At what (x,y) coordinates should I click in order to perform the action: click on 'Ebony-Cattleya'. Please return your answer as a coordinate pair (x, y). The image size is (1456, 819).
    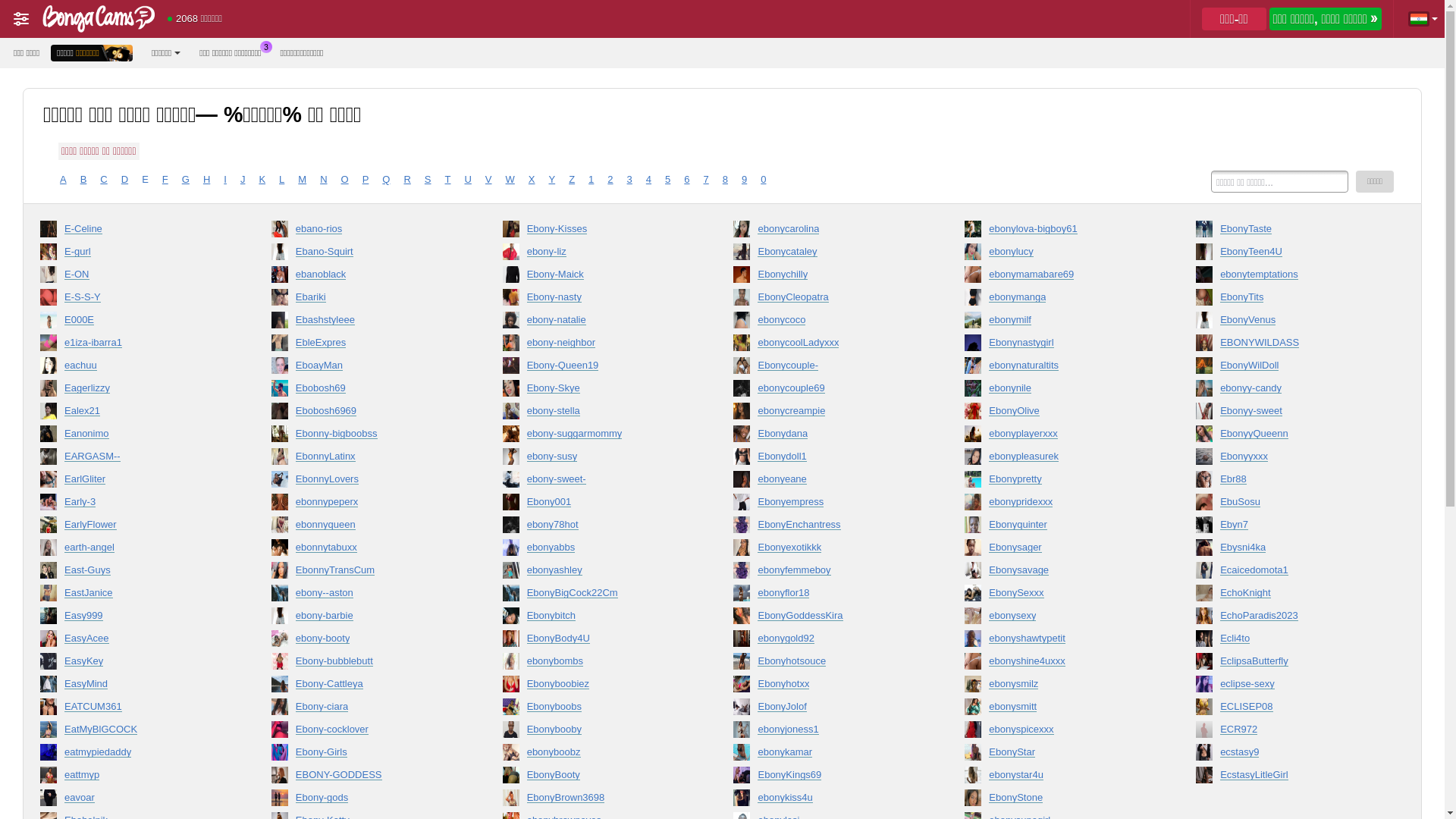
    Looking at the image, I should click on (365, 687).